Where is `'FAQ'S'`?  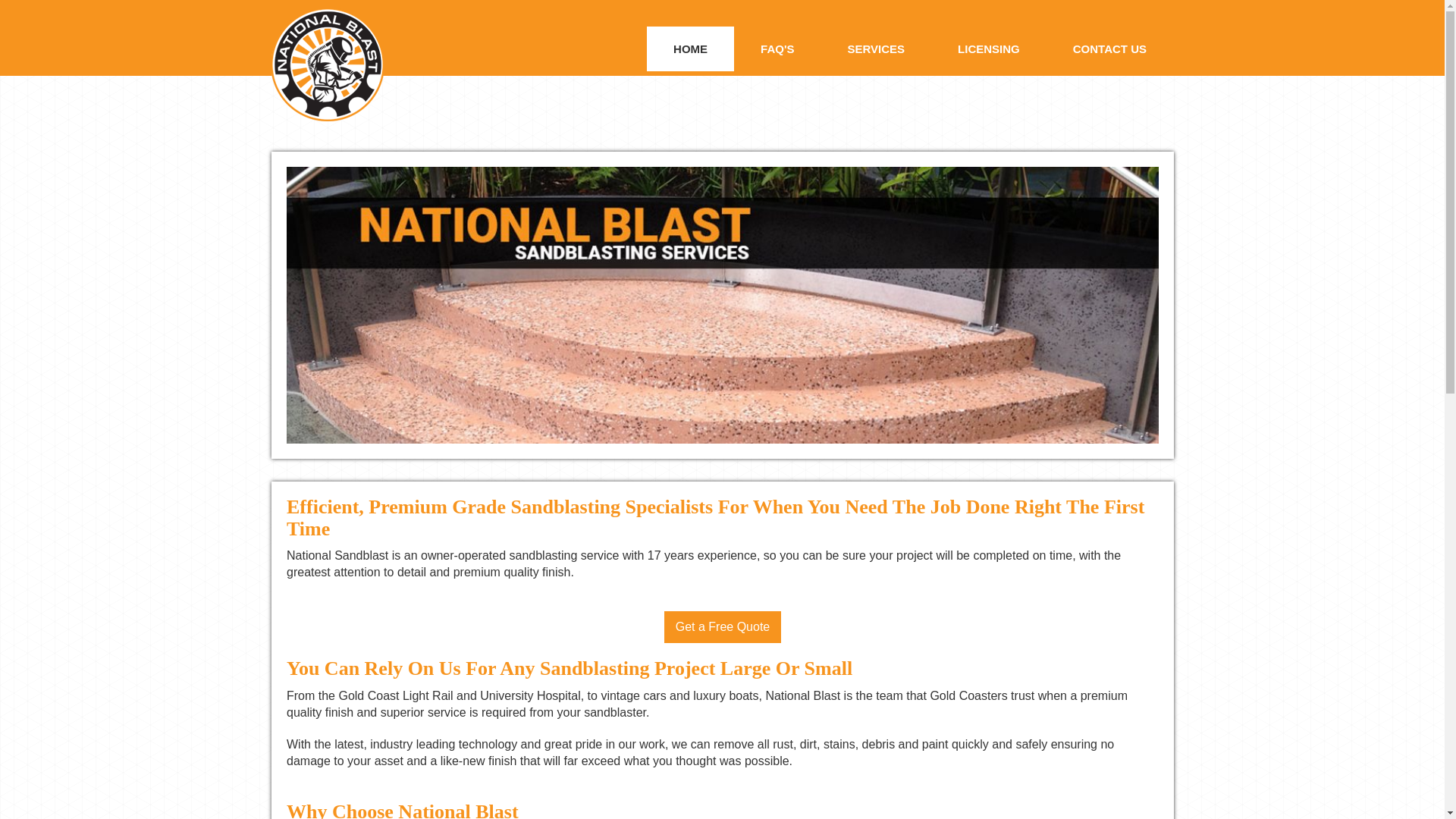
'FAQ'S' is located at coordinates (777, 48).